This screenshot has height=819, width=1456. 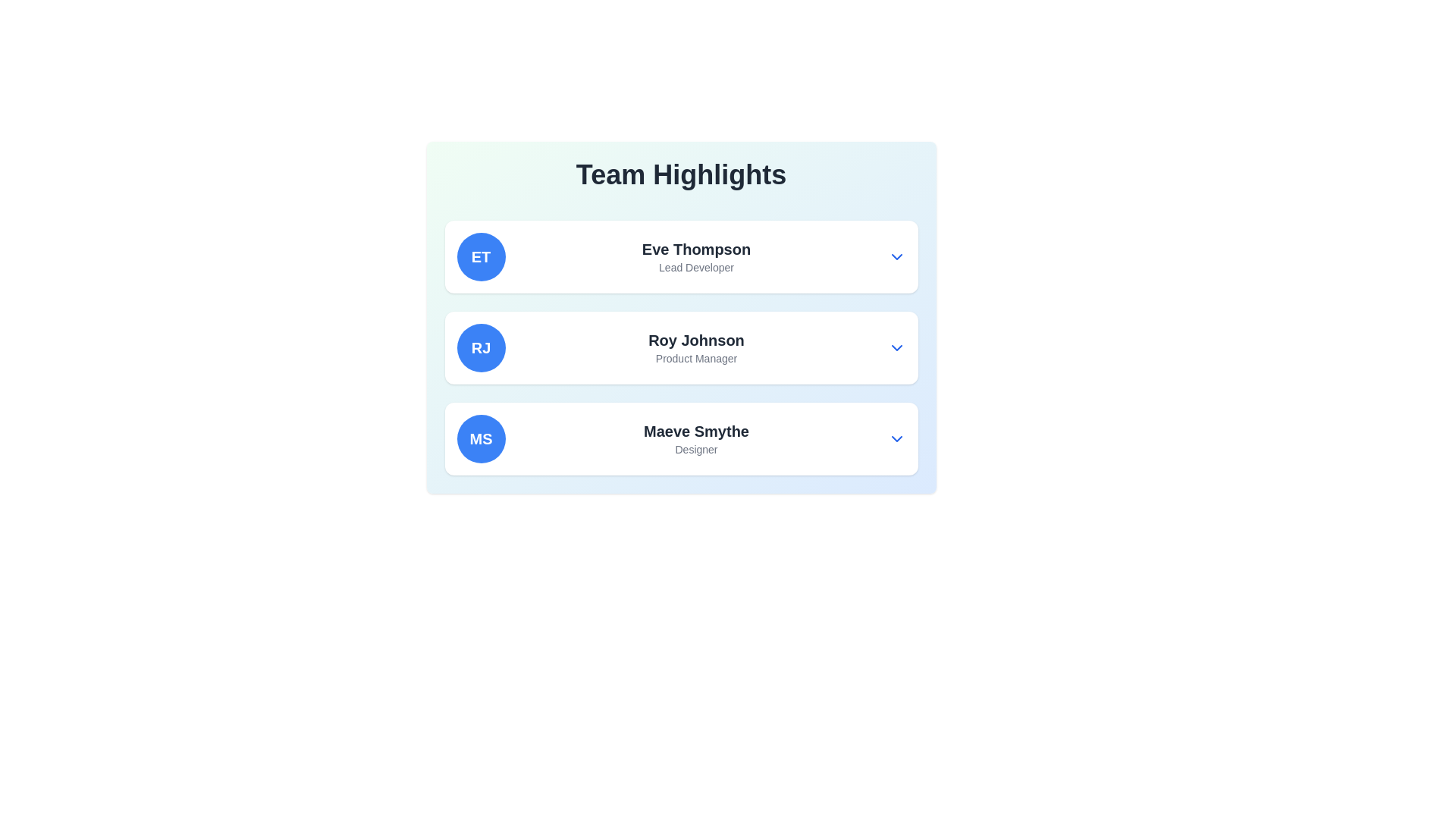 What do you see at coordinates (896, 348) in the screenshot?
I see `the button located at the far-right edge of the card for 'Roy Johnson'` at bounding box center [896, 348].